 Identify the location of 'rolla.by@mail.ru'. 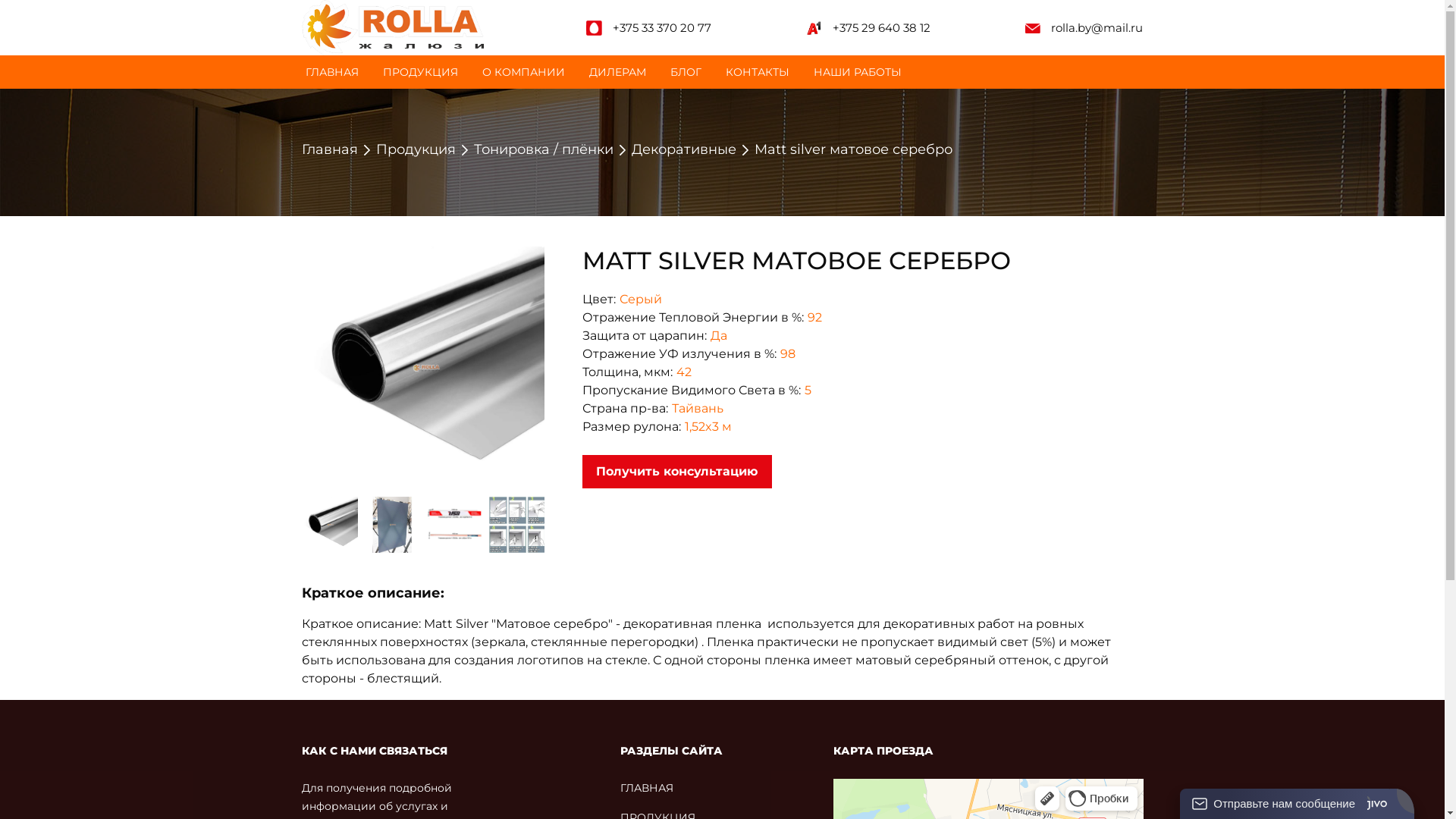
(1097, 27).